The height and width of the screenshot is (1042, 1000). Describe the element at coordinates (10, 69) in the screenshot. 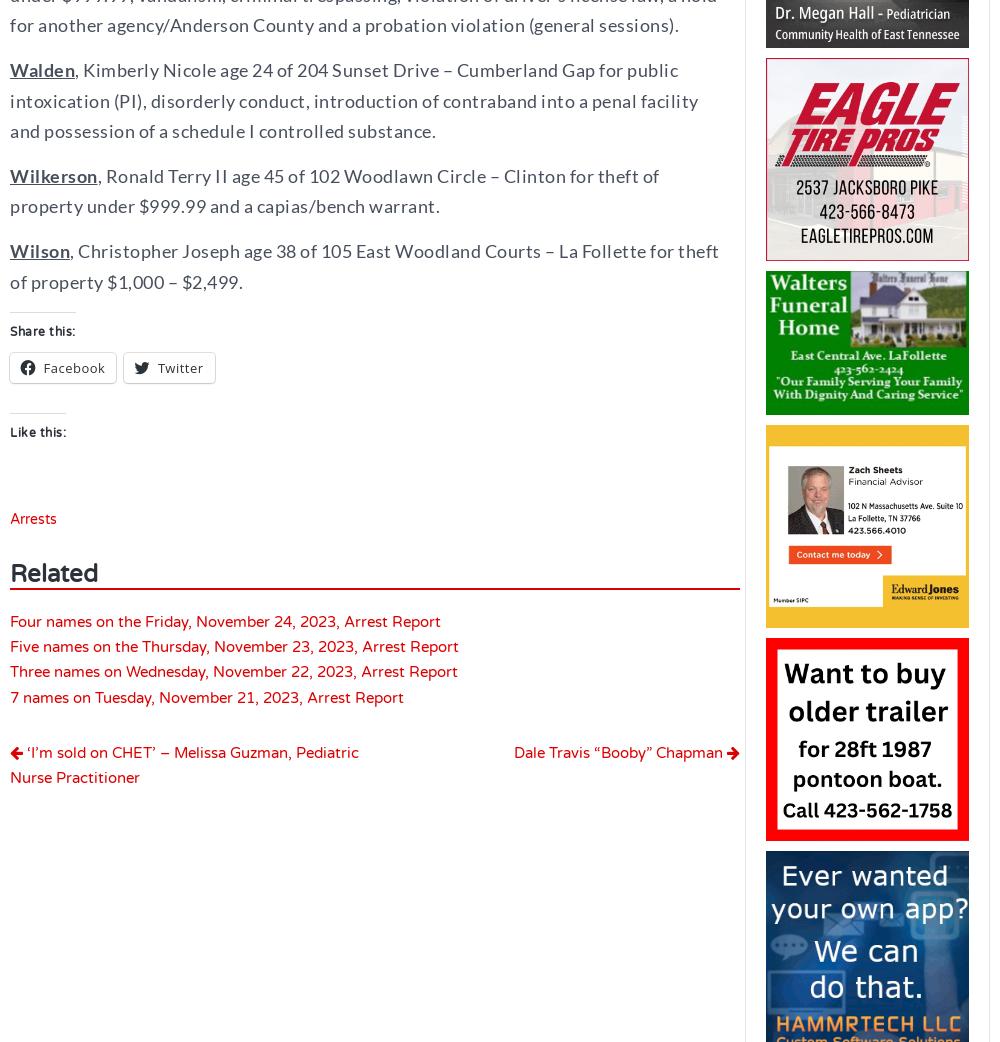

I see `'Walden'` at that location.